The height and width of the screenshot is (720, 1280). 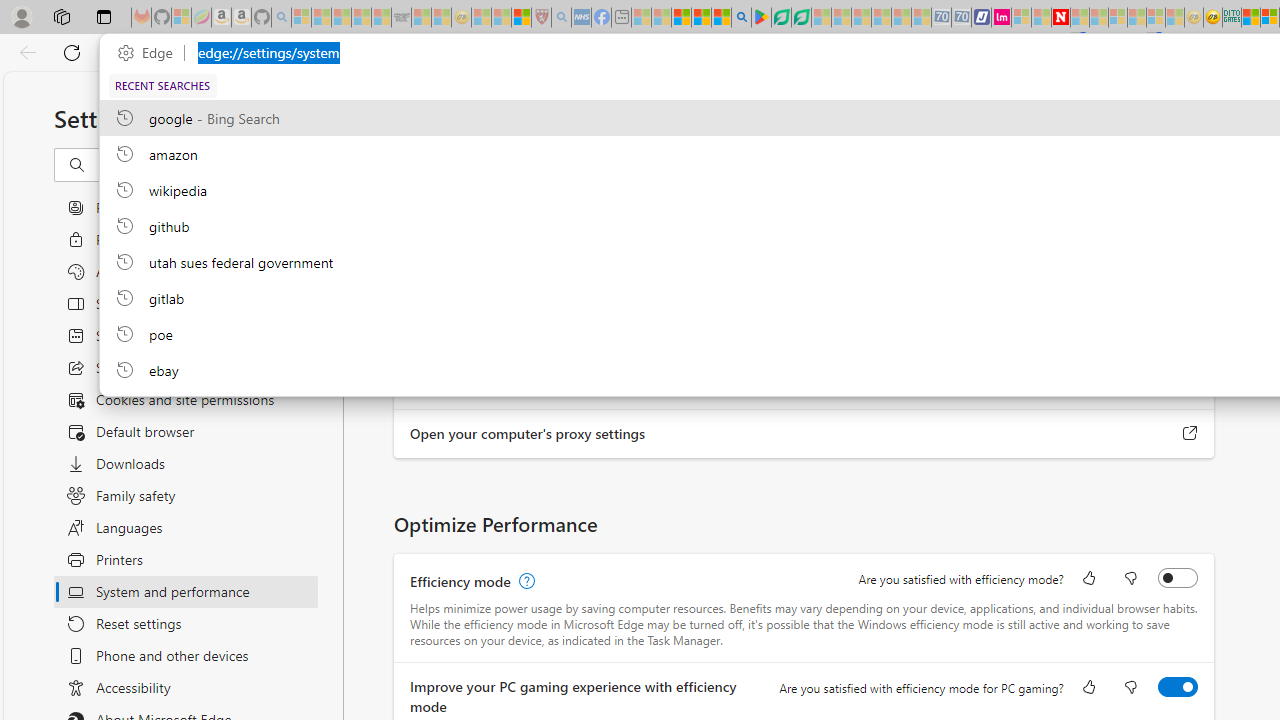 I want to click on 'Efficiency mode', so click(x=1178, y=578).